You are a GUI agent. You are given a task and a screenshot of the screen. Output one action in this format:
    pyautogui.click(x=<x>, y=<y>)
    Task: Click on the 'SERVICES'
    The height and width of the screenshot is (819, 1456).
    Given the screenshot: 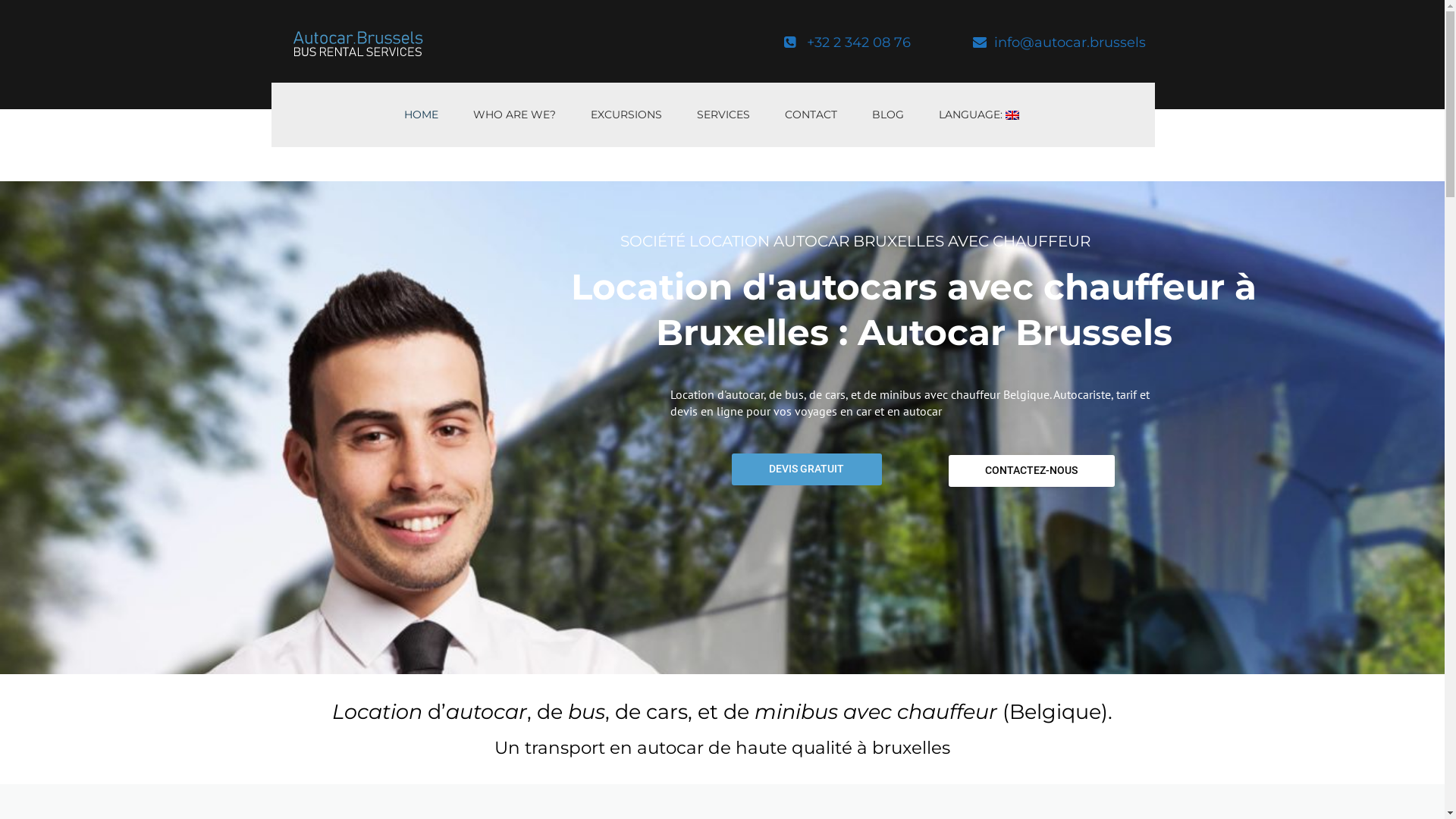 What is the action you would take?
    pyautogui.click(x=723, y=114)
    